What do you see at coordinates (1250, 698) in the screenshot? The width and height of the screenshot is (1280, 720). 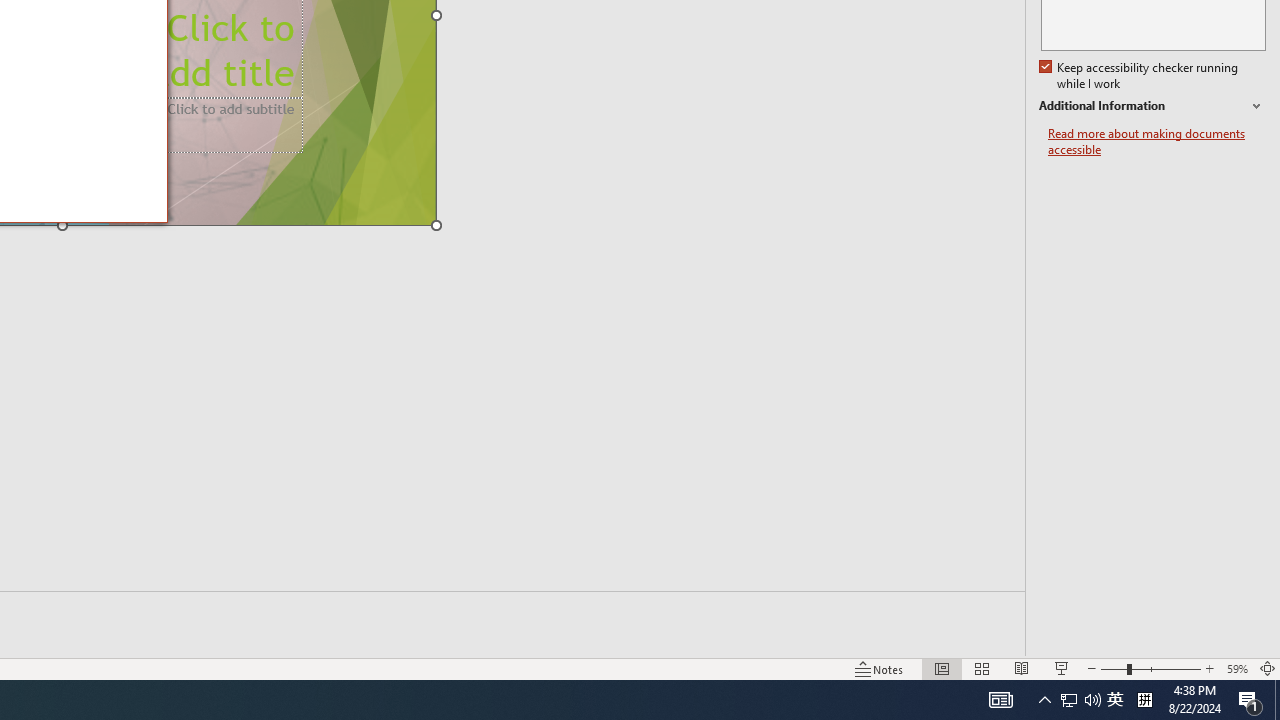 I see `'Action Center, 1 new notification'` at bounding box center [1250, 698].